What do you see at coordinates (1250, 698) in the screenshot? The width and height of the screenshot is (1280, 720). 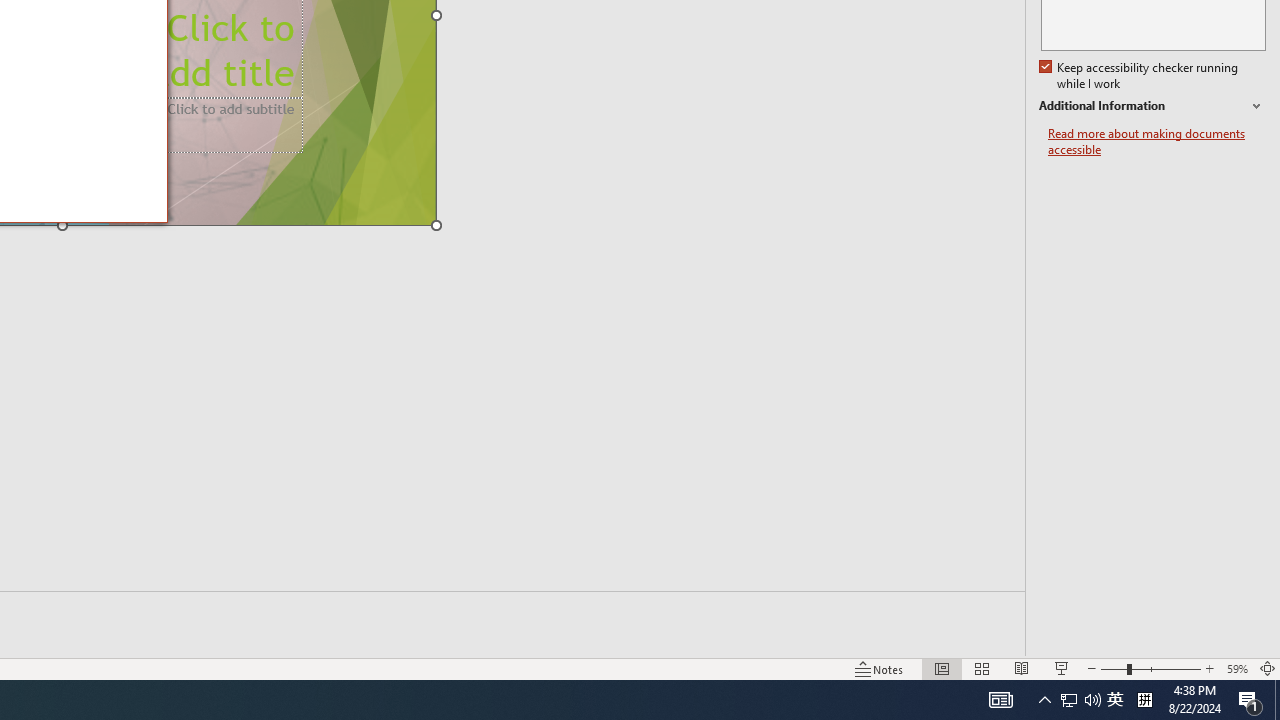 I see `'Action Center, 1 new notification'` at bounding box center [1250, 698].